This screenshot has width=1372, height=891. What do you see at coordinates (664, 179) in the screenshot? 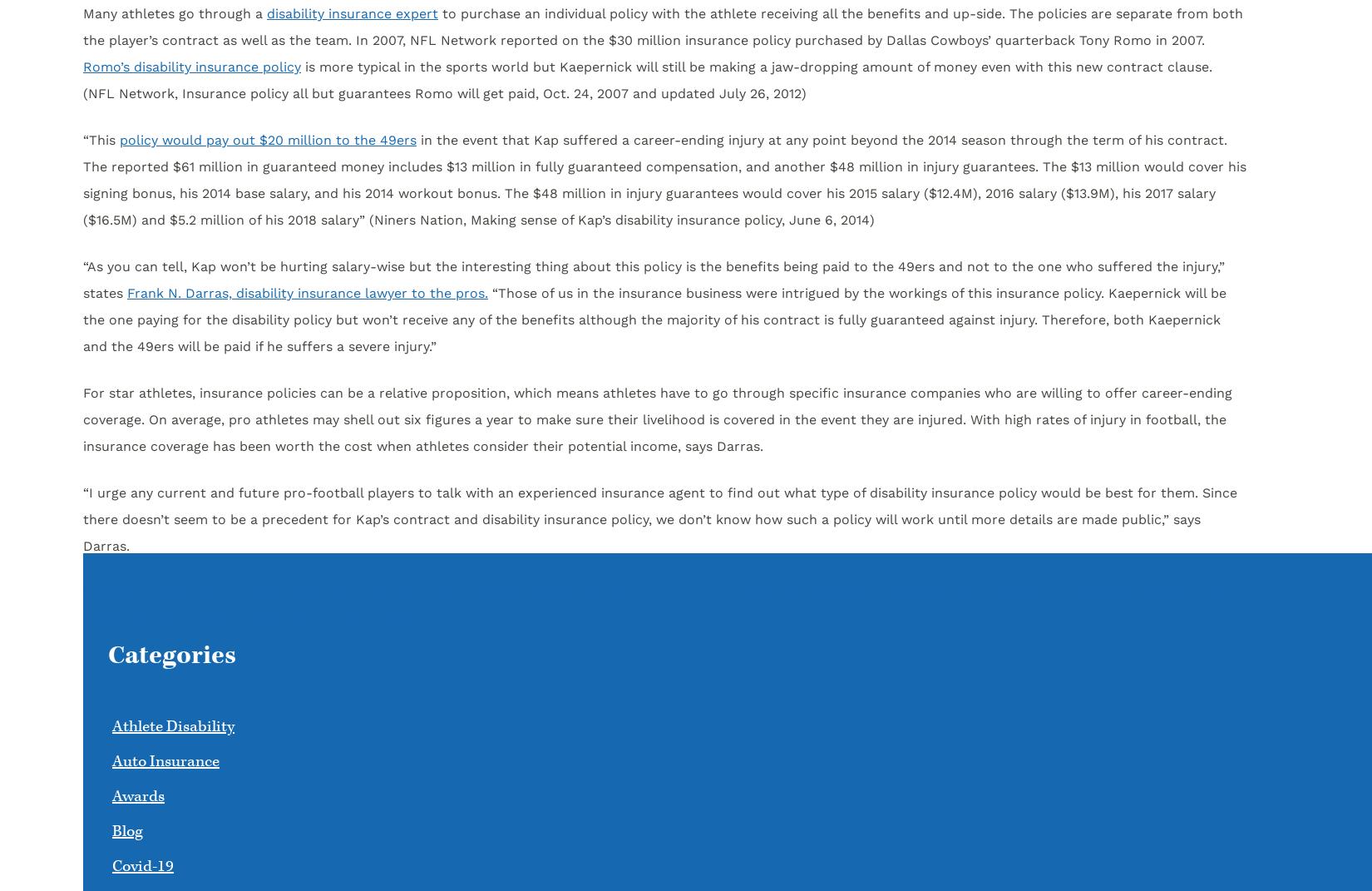
I see `'in the event that Kap suffered a career-ending injury at any point beyond the 2014 season through the term of his contract. The reported $61 million in guaranteed money includes $13 million in fully guaranteed compensation, and another $48 million in injury guarantees. The $13 million would cover his signing bonus, his 2014 base salary, and his 2014 workout bonus. The $48 million in injury guarantees would cover his 2015 salary ($12.4M), 2016 salary ($13.9M), his 2017 salary ($16.5M) and $5.2 million of his 2018 salary” (Niners Nation, Making sense of Kap’s disability insurance policy, June 6, 2014)'` at bounding box center [664, 179].